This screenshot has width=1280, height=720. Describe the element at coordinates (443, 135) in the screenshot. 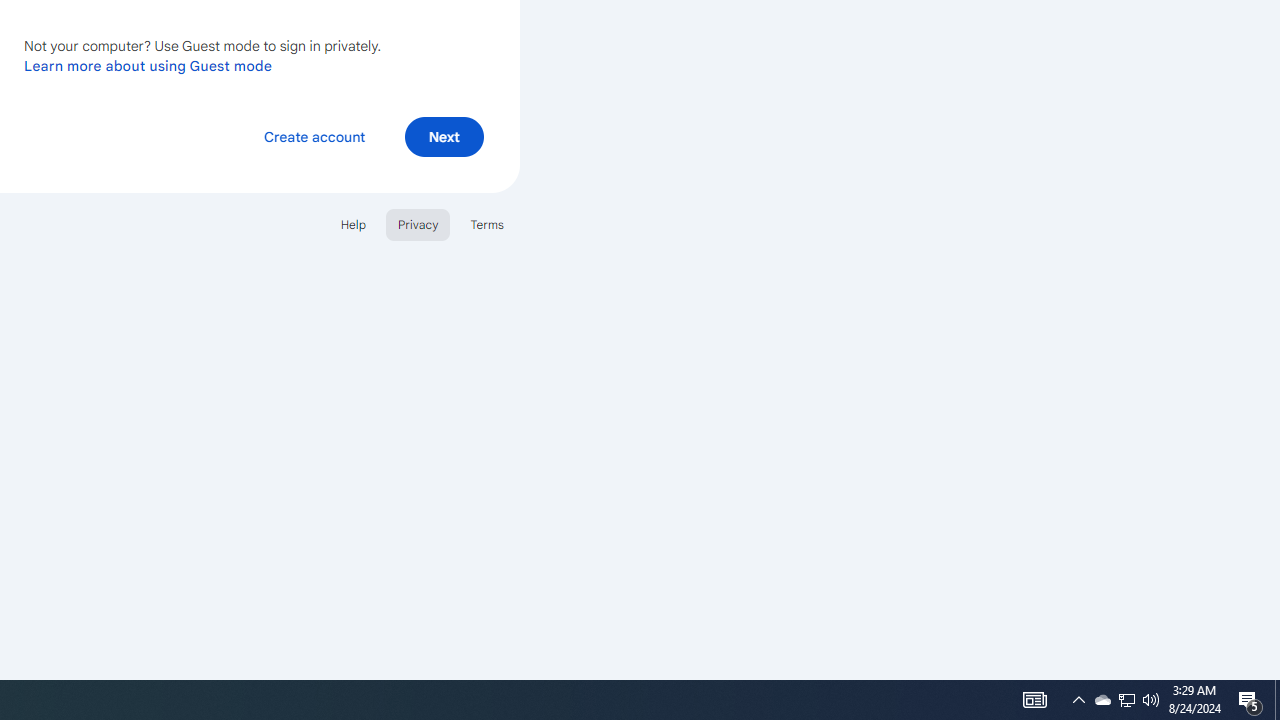

I see `'Next'` at that location.